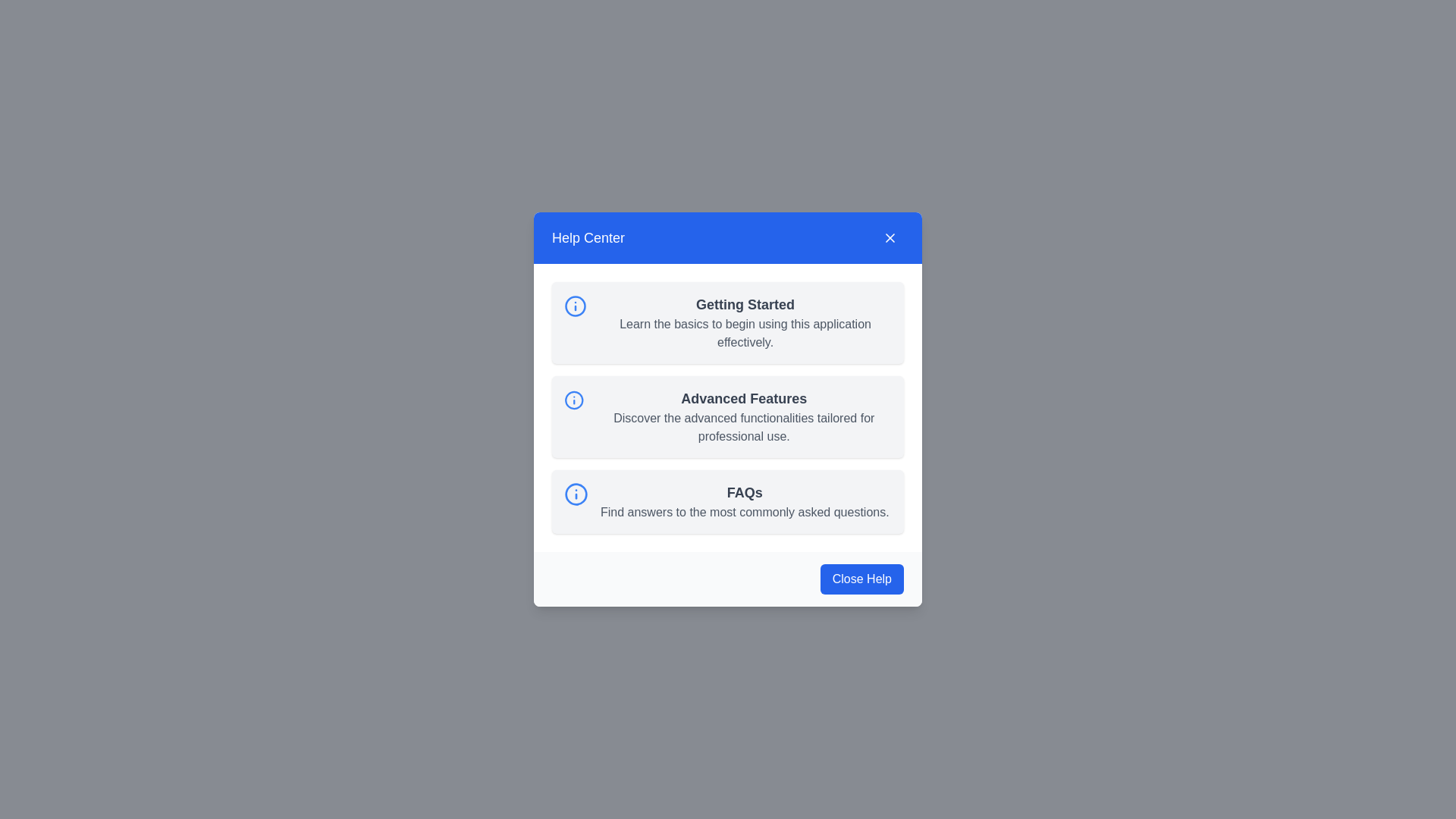 This screenshot has width=1456, height=819. What do you see at coordinates (728, 322) in the screenshot?
I see `the first informational list item in the 'Help Center' popup dialog box` at bounding box center [728, 322].